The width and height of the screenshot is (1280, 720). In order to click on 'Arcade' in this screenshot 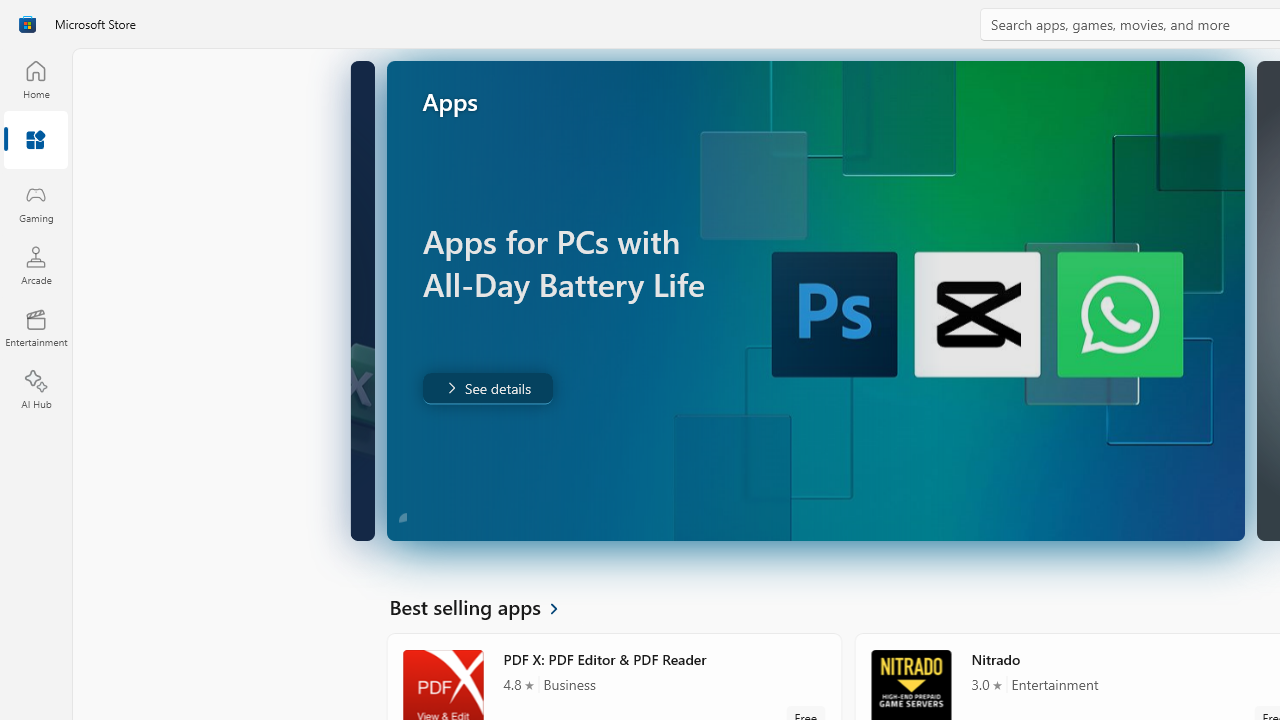, I will do `click(35, 264)`.